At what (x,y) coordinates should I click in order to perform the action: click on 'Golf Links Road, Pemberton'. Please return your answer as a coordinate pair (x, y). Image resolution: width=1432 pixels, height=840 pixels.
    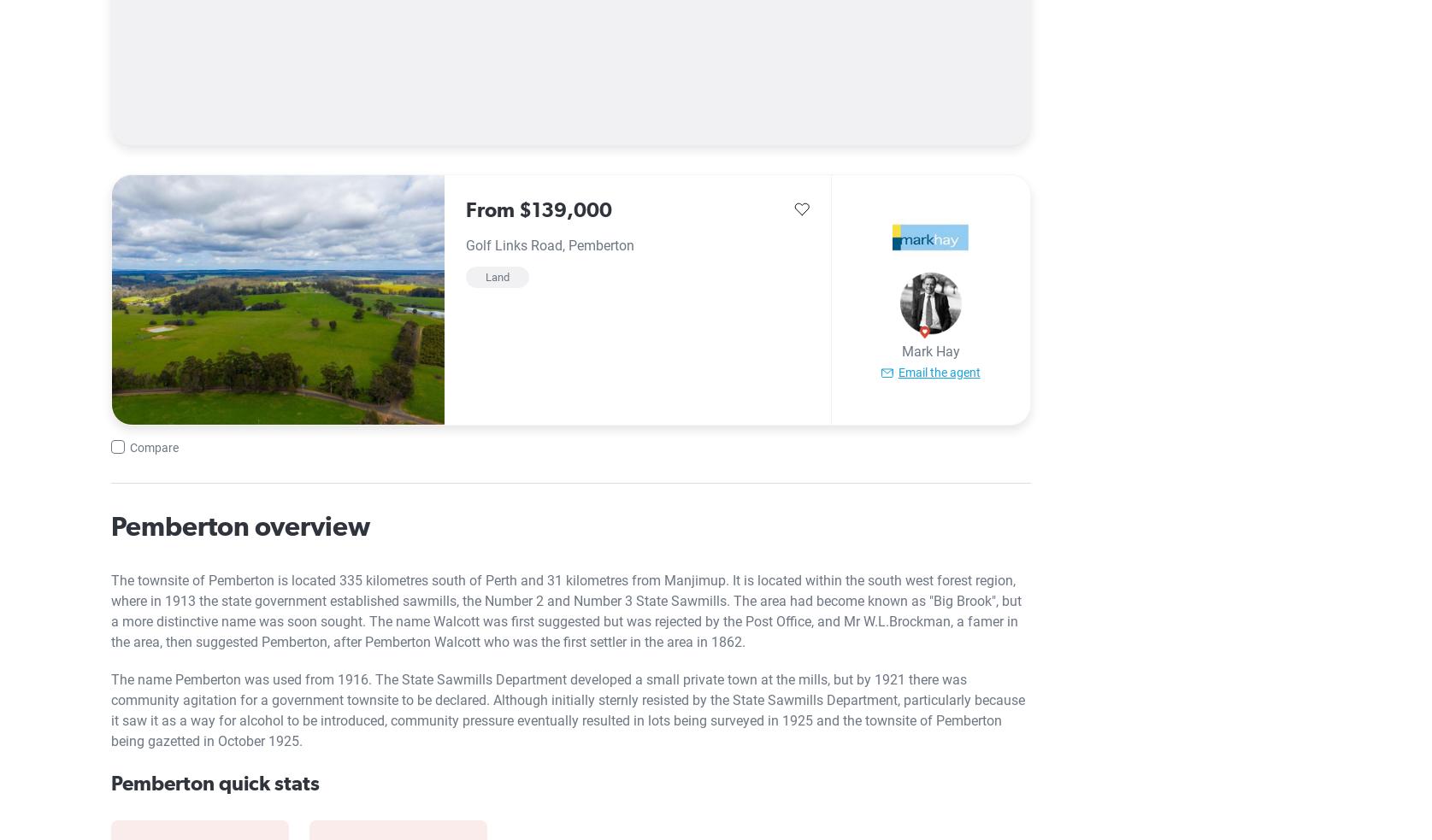
    Looking at the image, I should click on (549, 244).